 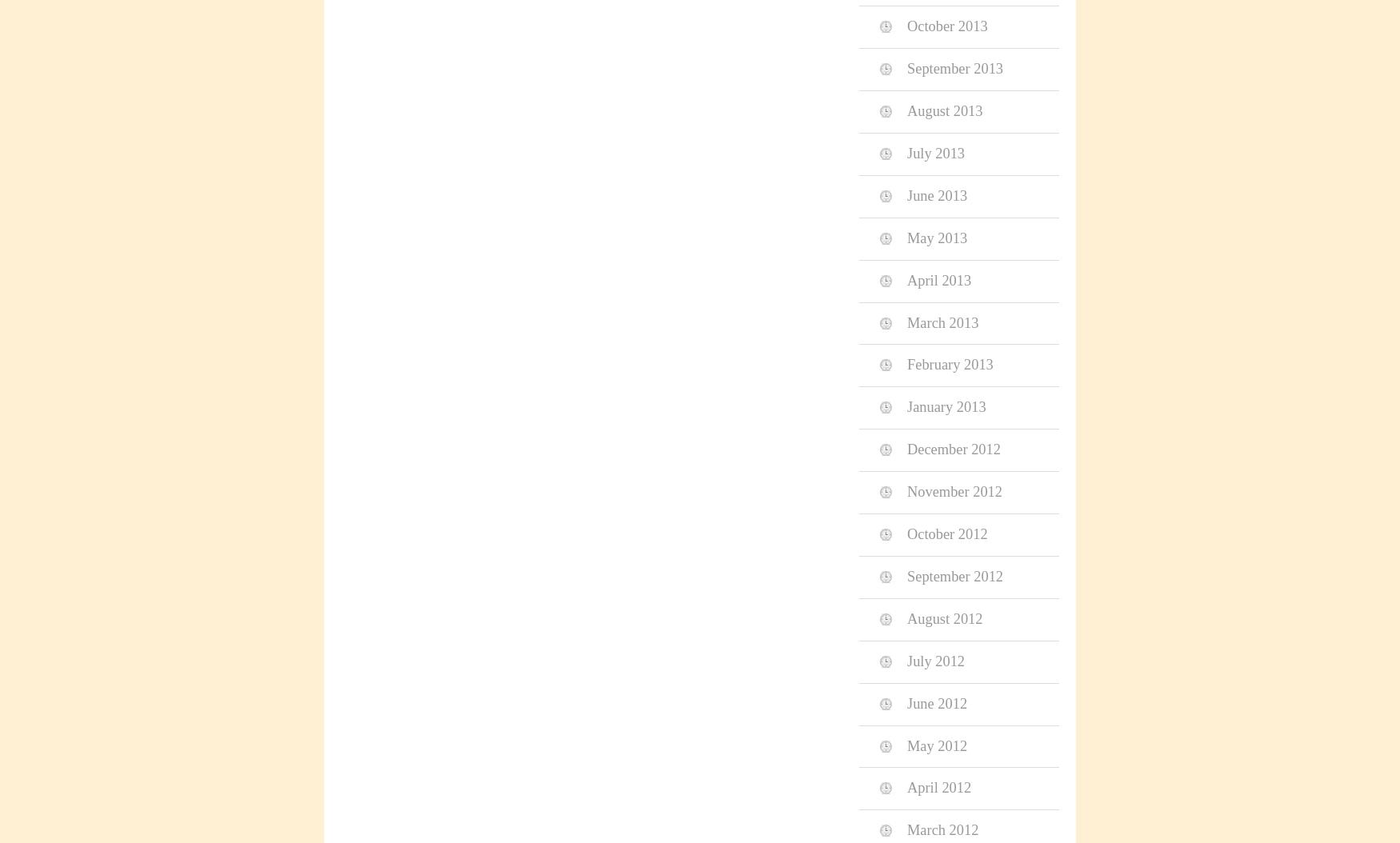 I want to click on 'June 2012', so click(x=936, y=703).